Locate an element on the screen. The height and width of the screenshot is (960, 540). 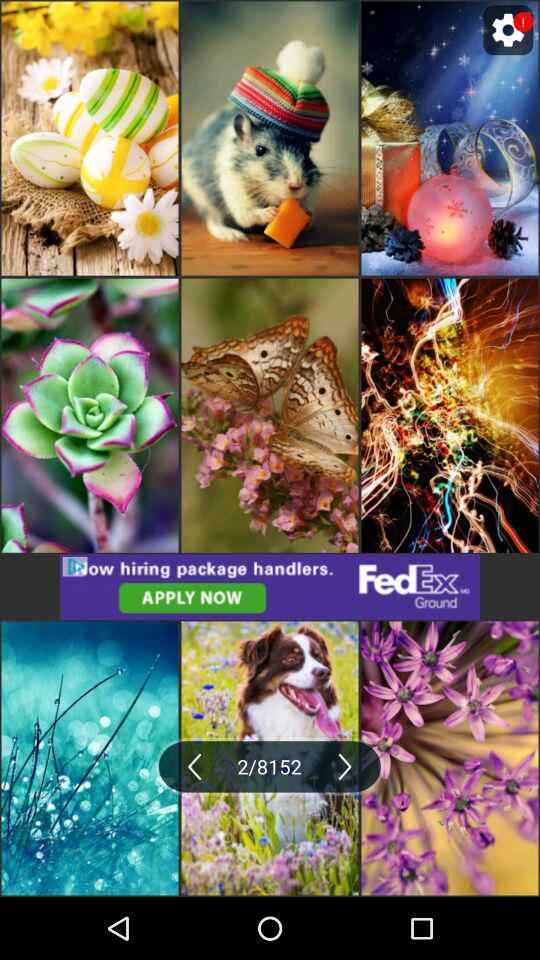
click the advertisement in middle is located at coordinates (270, 587).